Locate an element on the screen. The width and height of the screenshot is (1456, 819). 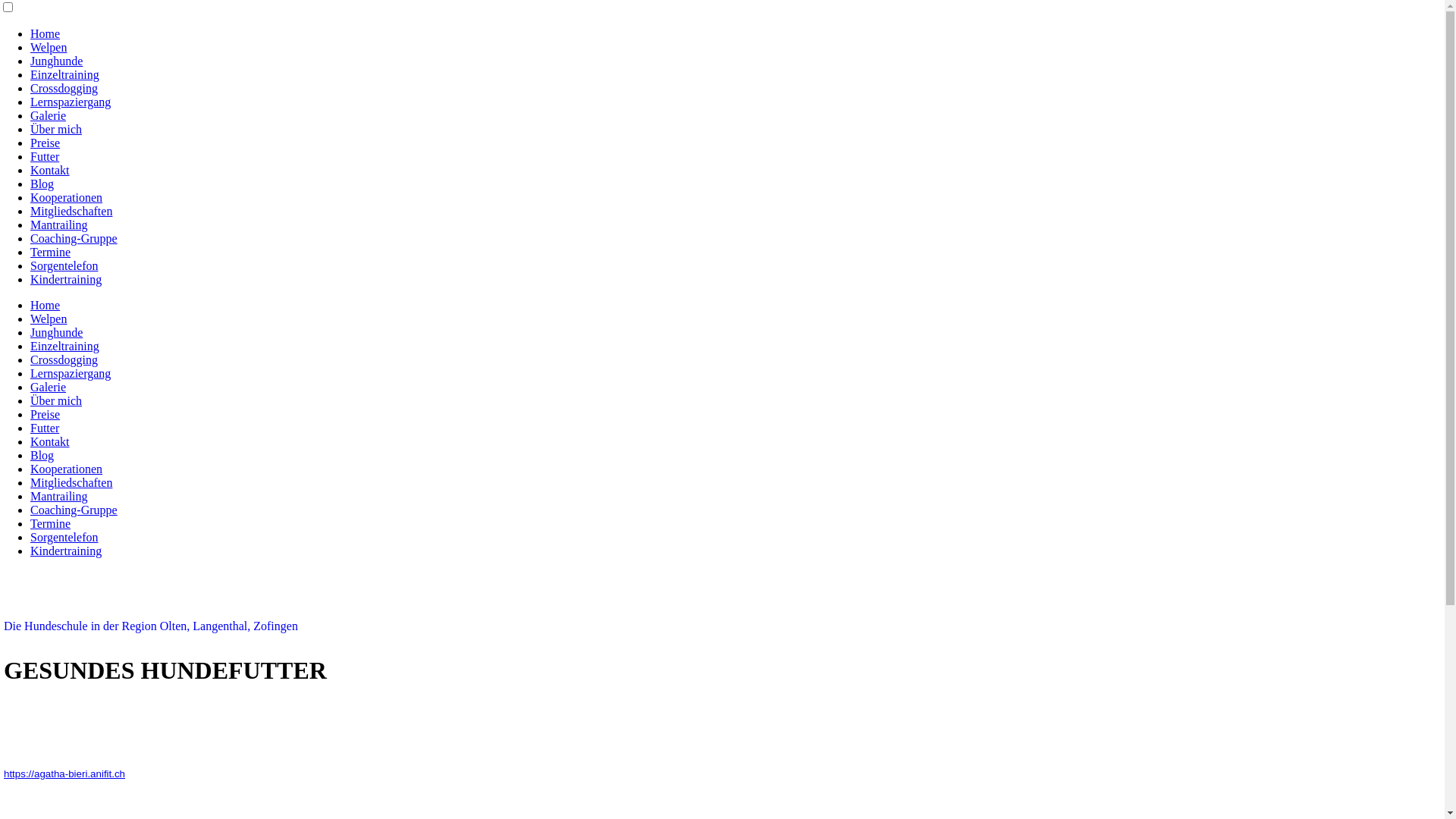
'Lernspaziergang' is located at coordinates (69, 102).